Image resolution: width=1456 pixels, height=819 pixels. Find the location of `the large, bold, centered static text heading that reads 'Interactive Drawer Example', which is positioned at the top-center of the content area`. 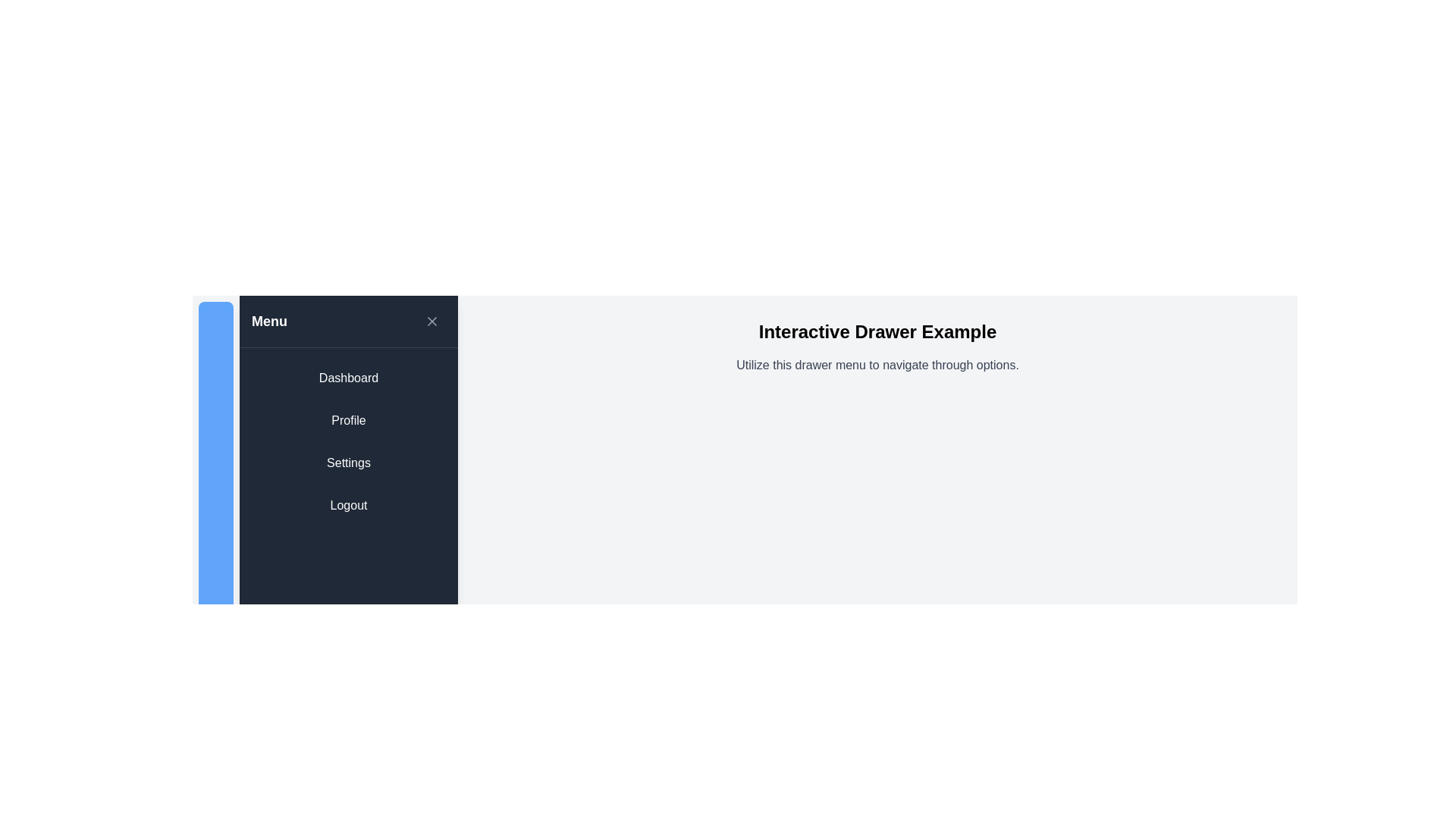

the large, bold, centered static text heading that reads 'Interactive Drawer Example', which is positioned at the top-center of the content area is located at coordinates (877, 331).